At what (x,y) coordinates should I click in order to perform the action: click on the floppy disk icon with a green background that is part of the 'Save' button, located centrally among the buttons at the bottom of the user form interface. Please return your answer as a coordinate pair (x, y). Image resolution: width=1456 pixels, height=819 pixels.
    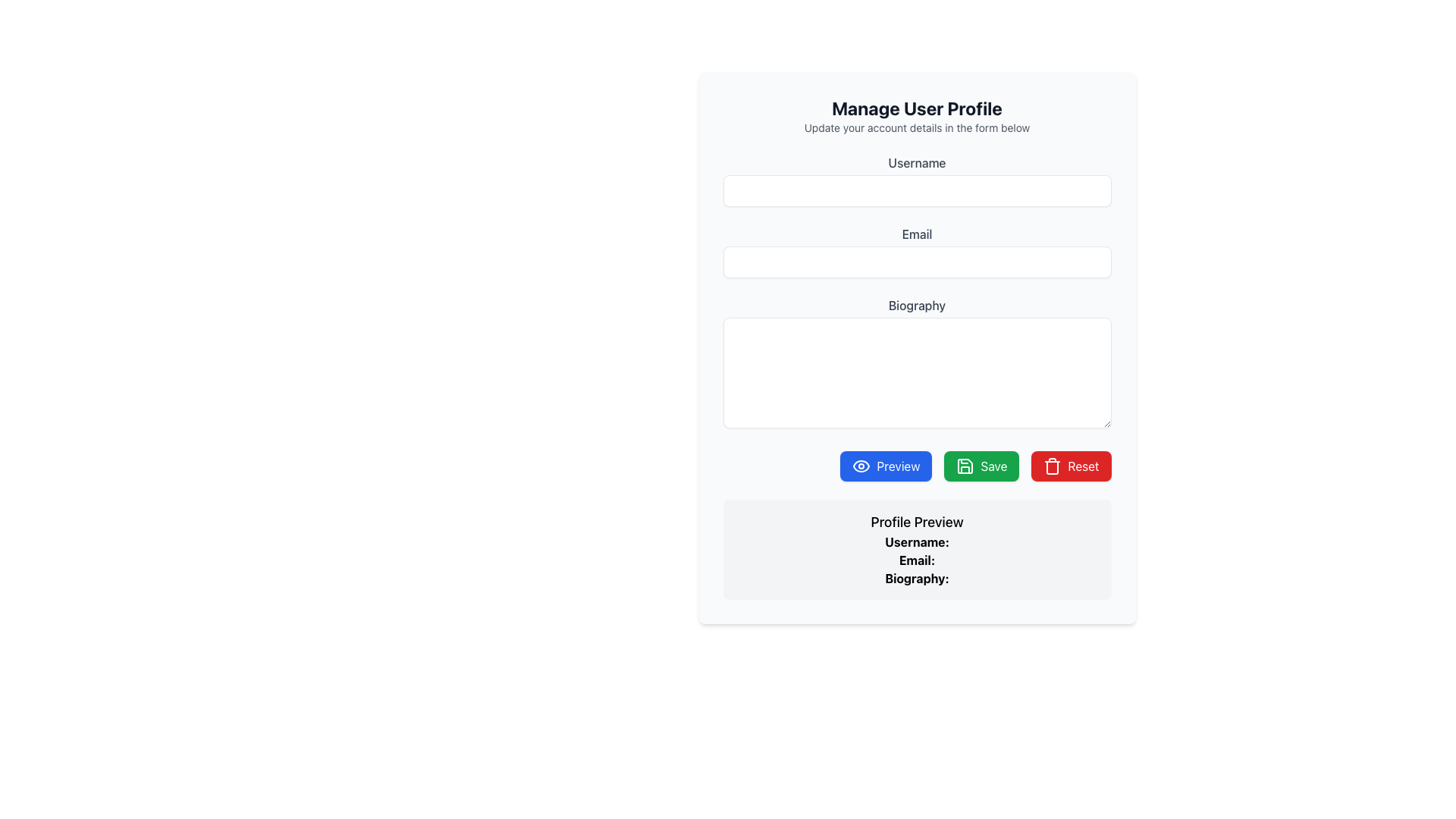
    Looking at the image, I should click on (965, 465).